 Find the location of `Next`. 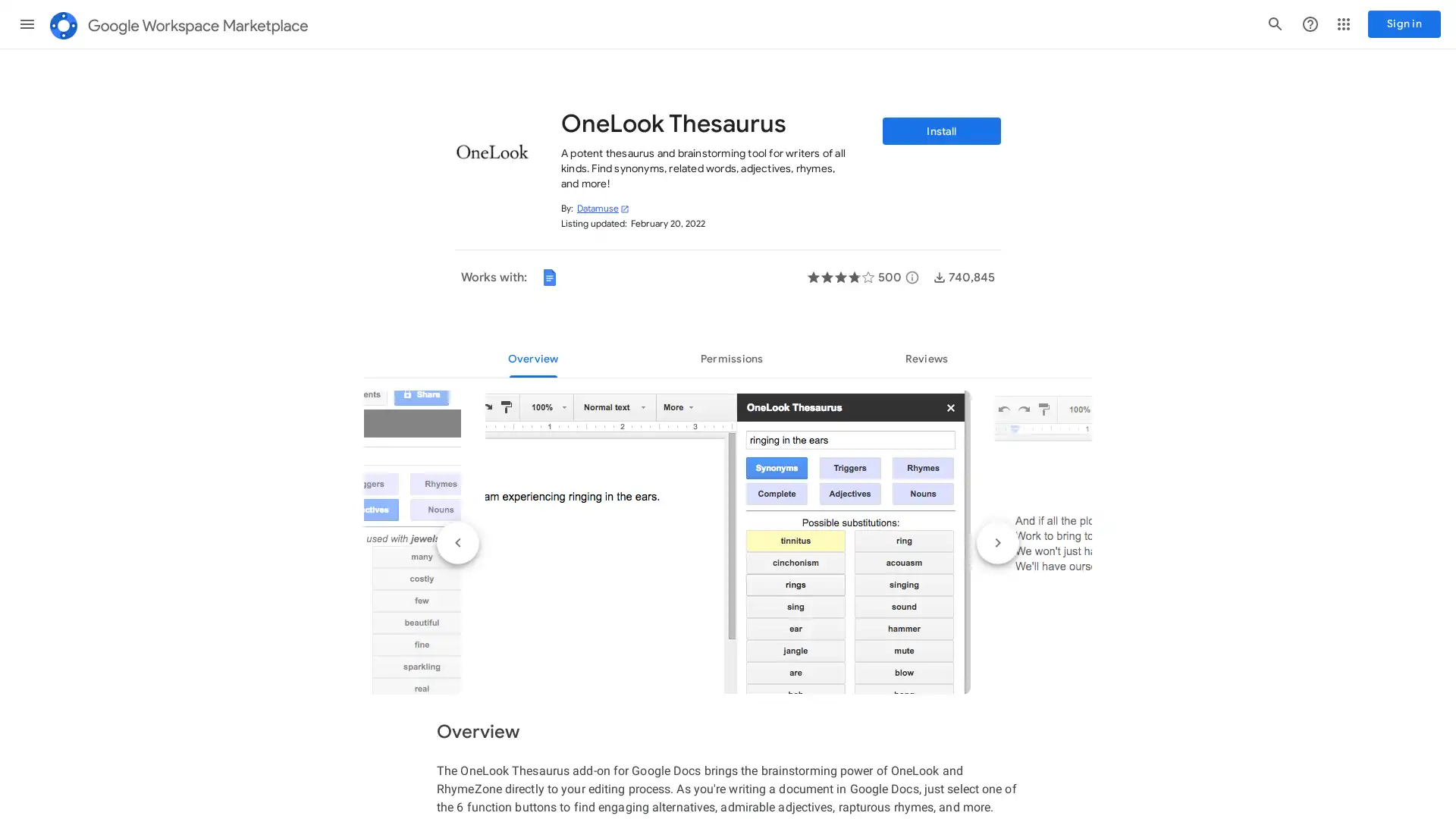

Next is located at coordinates (1103, 542).